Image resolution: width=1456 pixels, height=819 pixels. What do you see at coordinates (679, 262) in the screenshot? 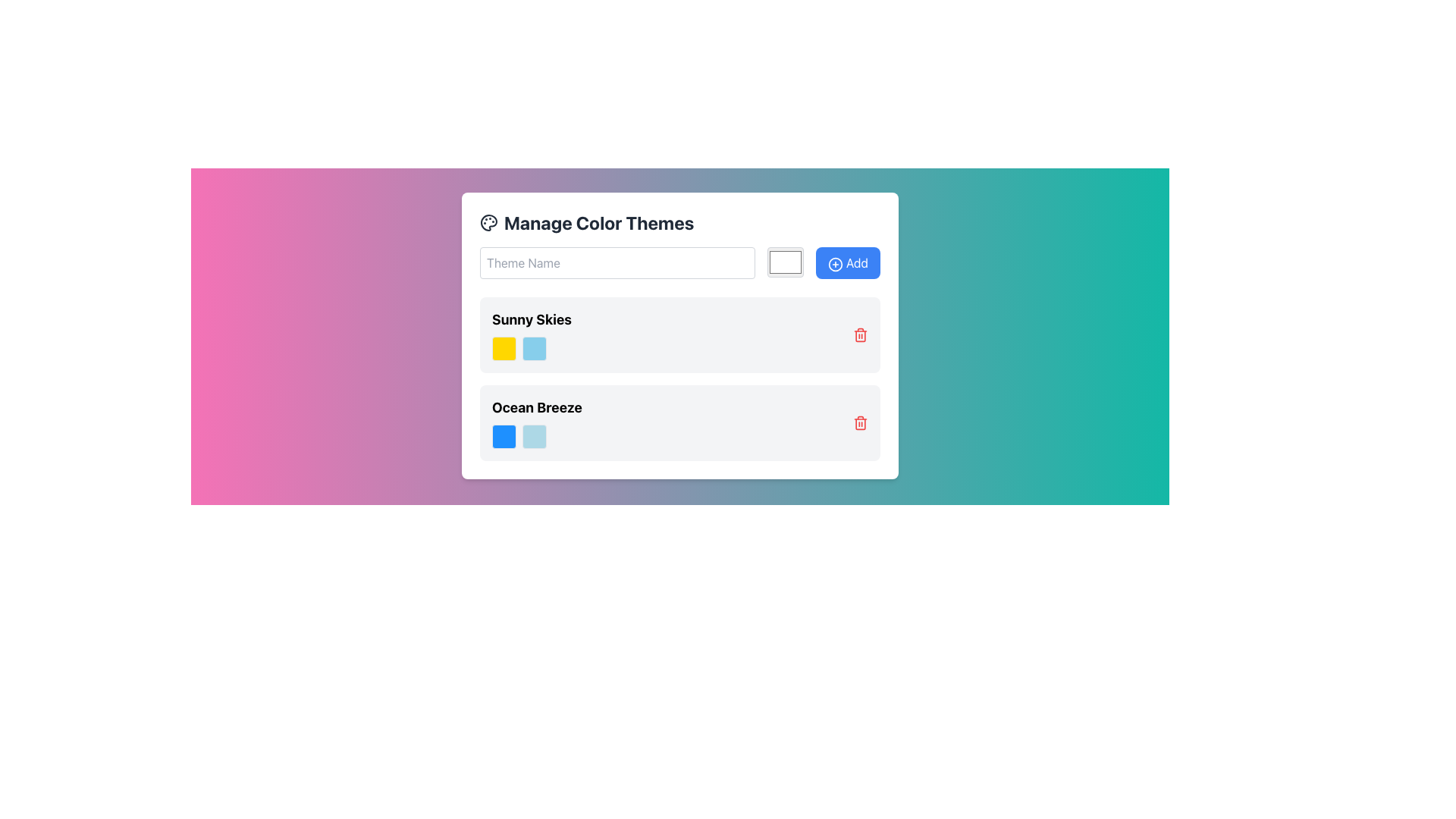
I see `a color from the color picker control located within the 'Manage Color Themes' composite component, positioned below the title and before the theme list items` at bounding box center [679, 262].